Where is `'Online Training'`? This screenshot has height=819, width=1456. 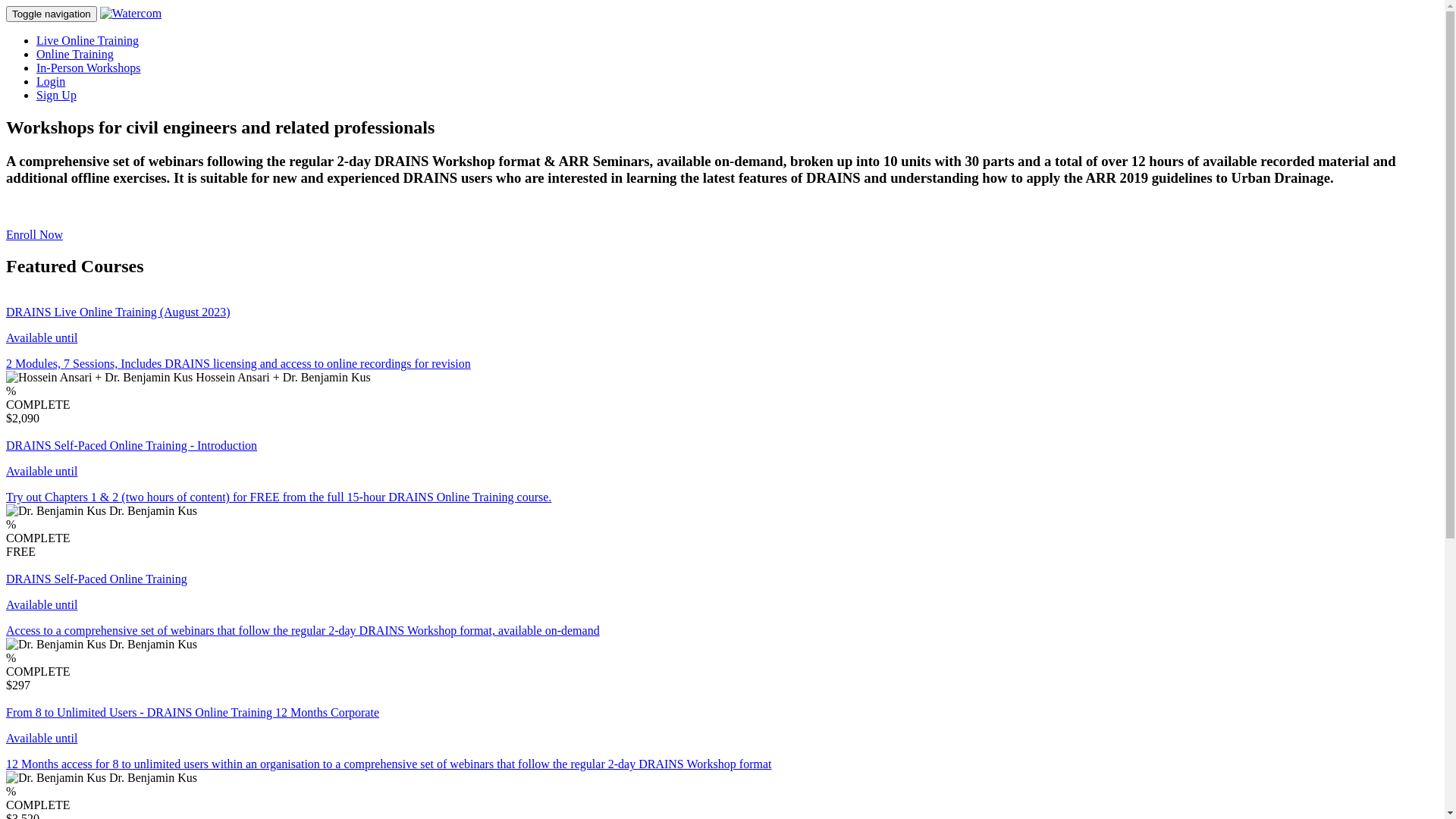
'Online Training' is located at coordinates (74, 53).